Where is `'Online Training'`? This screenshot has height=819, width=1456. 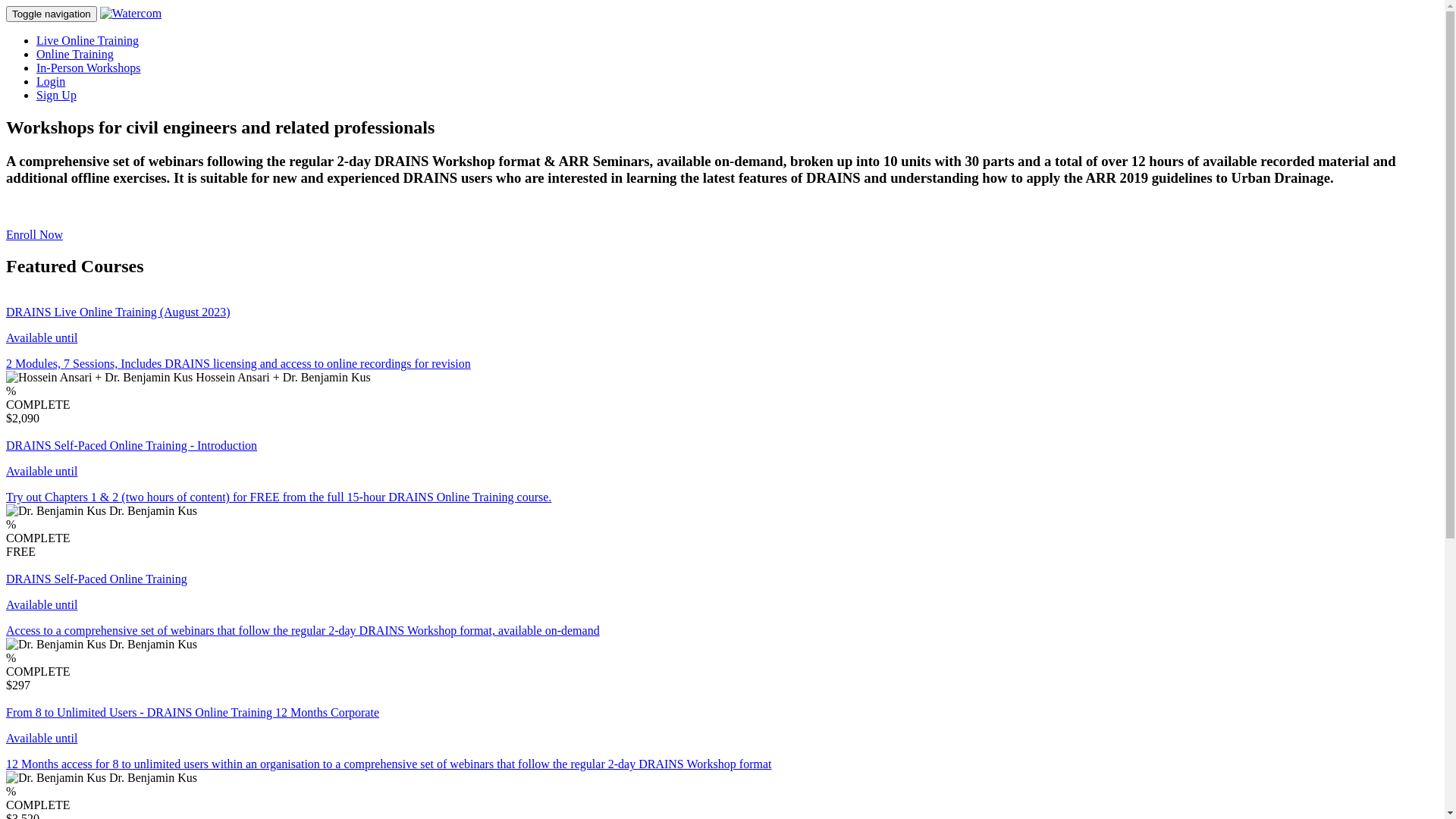
'Online Training' is located at coordinates (74, 53).